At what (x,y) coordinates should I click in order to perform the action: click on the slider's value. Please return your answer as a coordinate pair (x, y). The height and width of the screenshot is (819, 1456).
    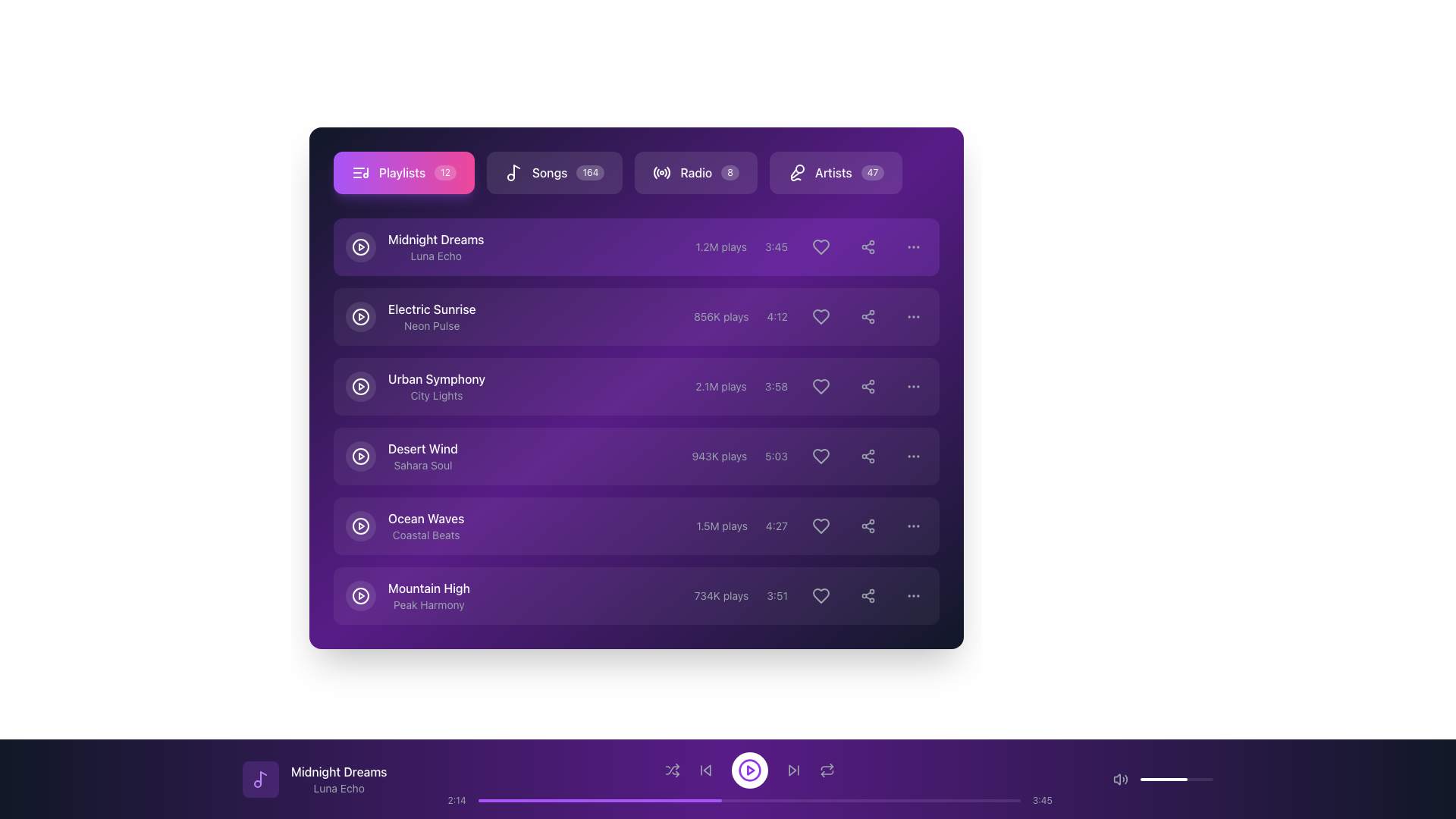
    Looking at the image, I should click on (1159, 780).